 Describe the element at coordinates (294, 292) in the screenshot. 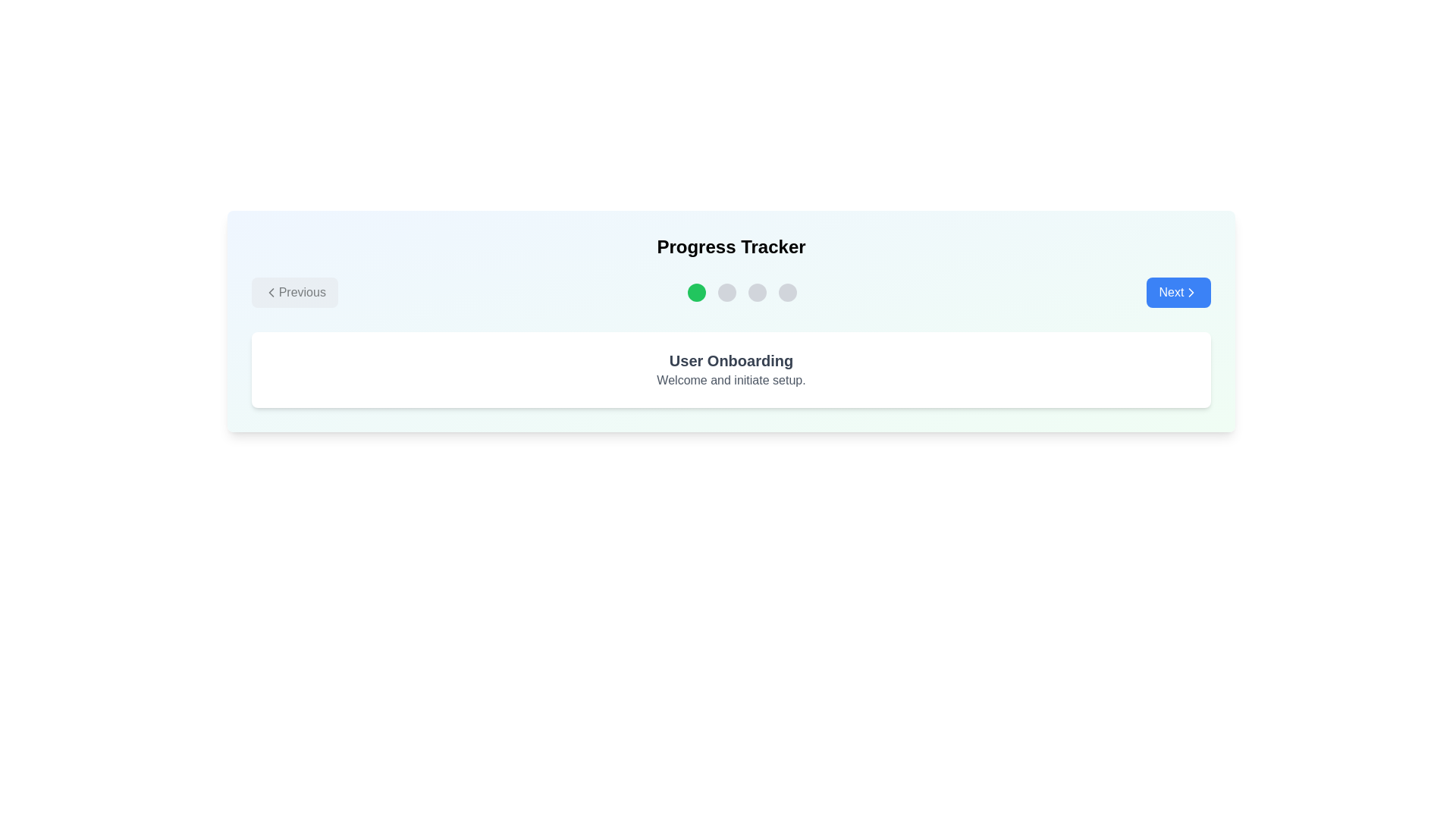

I see `the 'Previous' button to navigate to the previous step` at that location.